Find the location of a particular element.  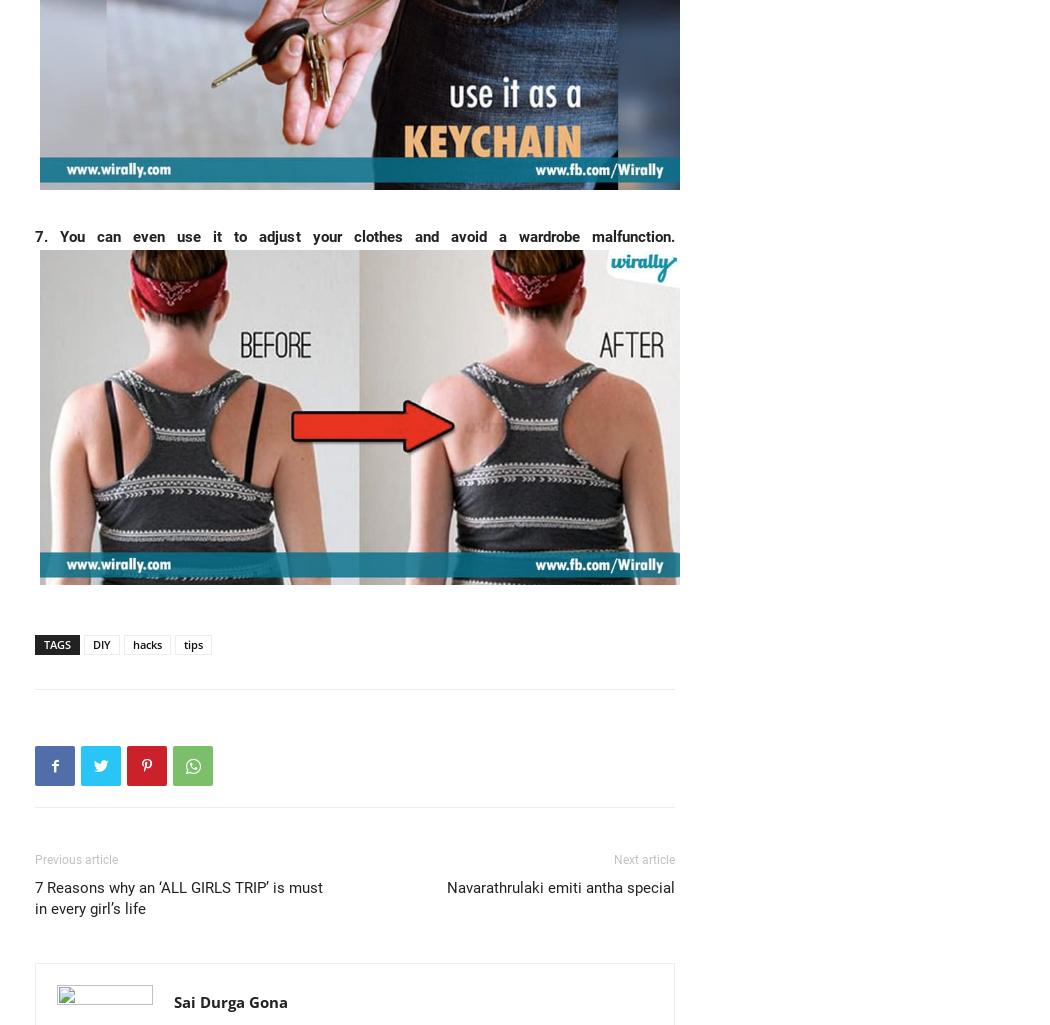

'Navarathrulaki emiti antha special' is located at coordinates (561, 886).